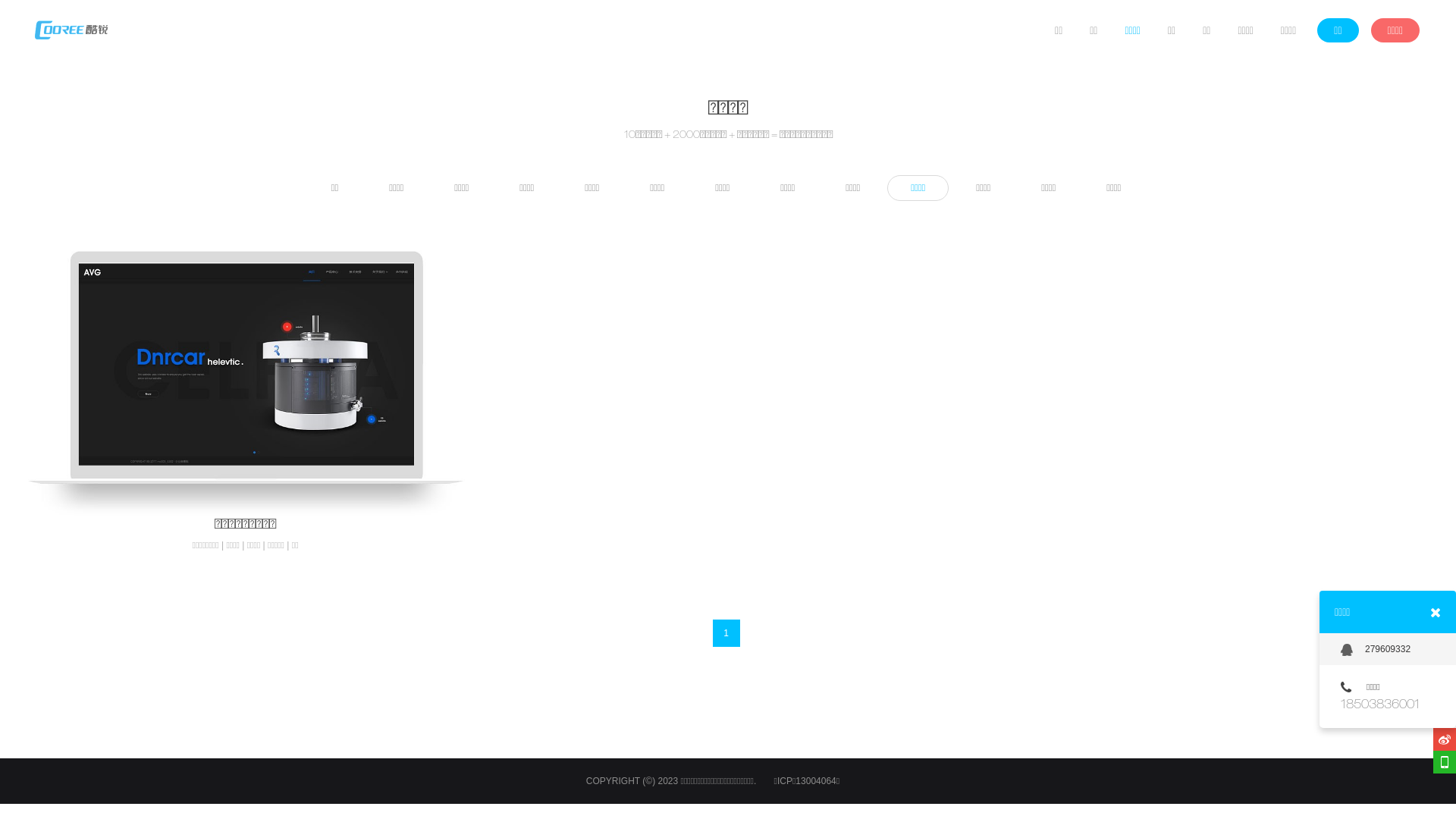 The height and width of the screenshot is (819, 1456). What do you see at coordinates (712, 632) in the screenshot?
I see `'1'` at bounding box center [712, 632].